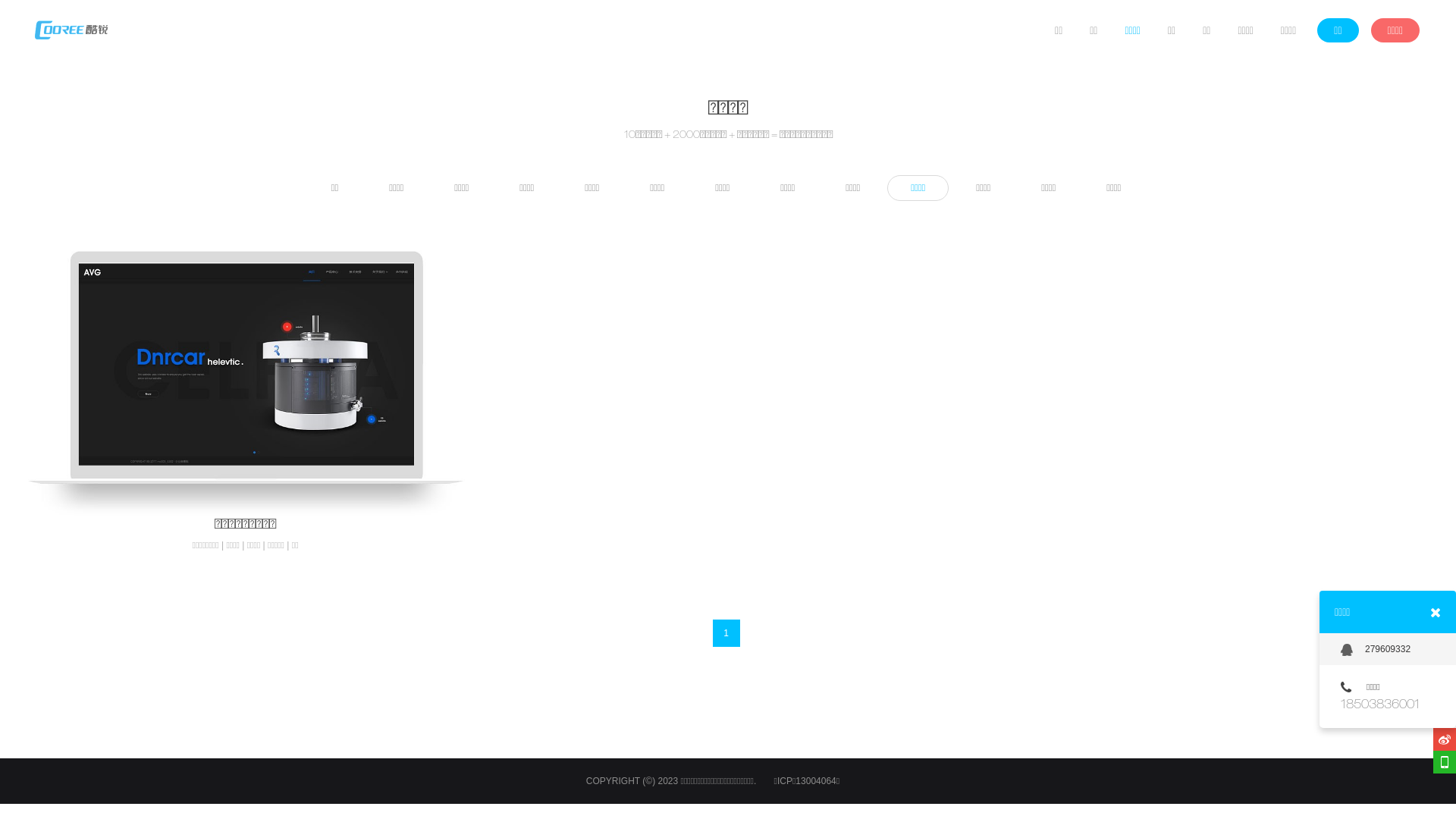 The height and width of the screenshot is (819, 1456). What do you see at coordinates (712, 632) in the screenshot?
I see `'1'` at bounding box center [712, 632].